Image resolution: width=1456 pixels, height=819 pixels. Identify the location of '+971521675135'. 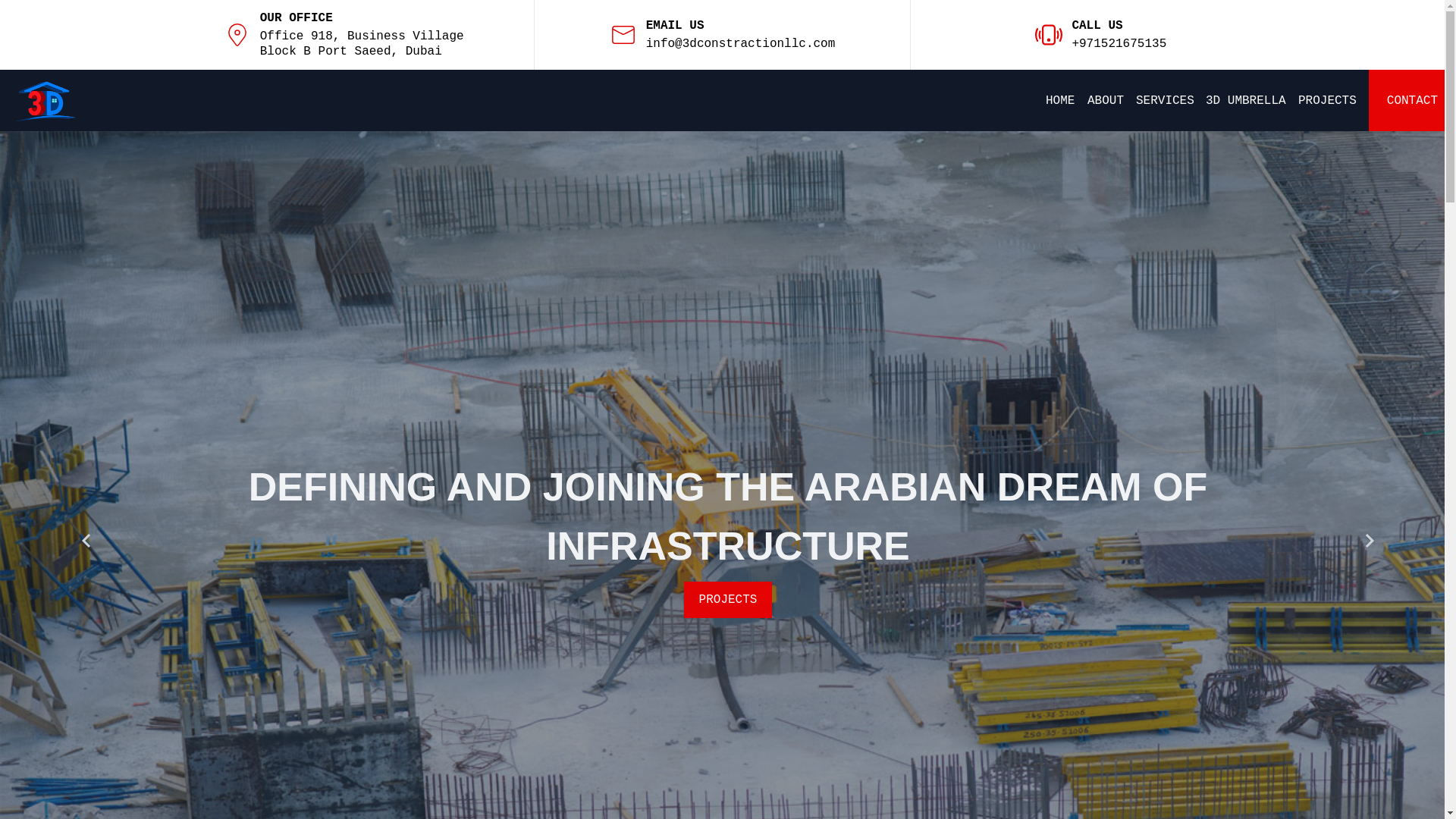
(1119, 42).